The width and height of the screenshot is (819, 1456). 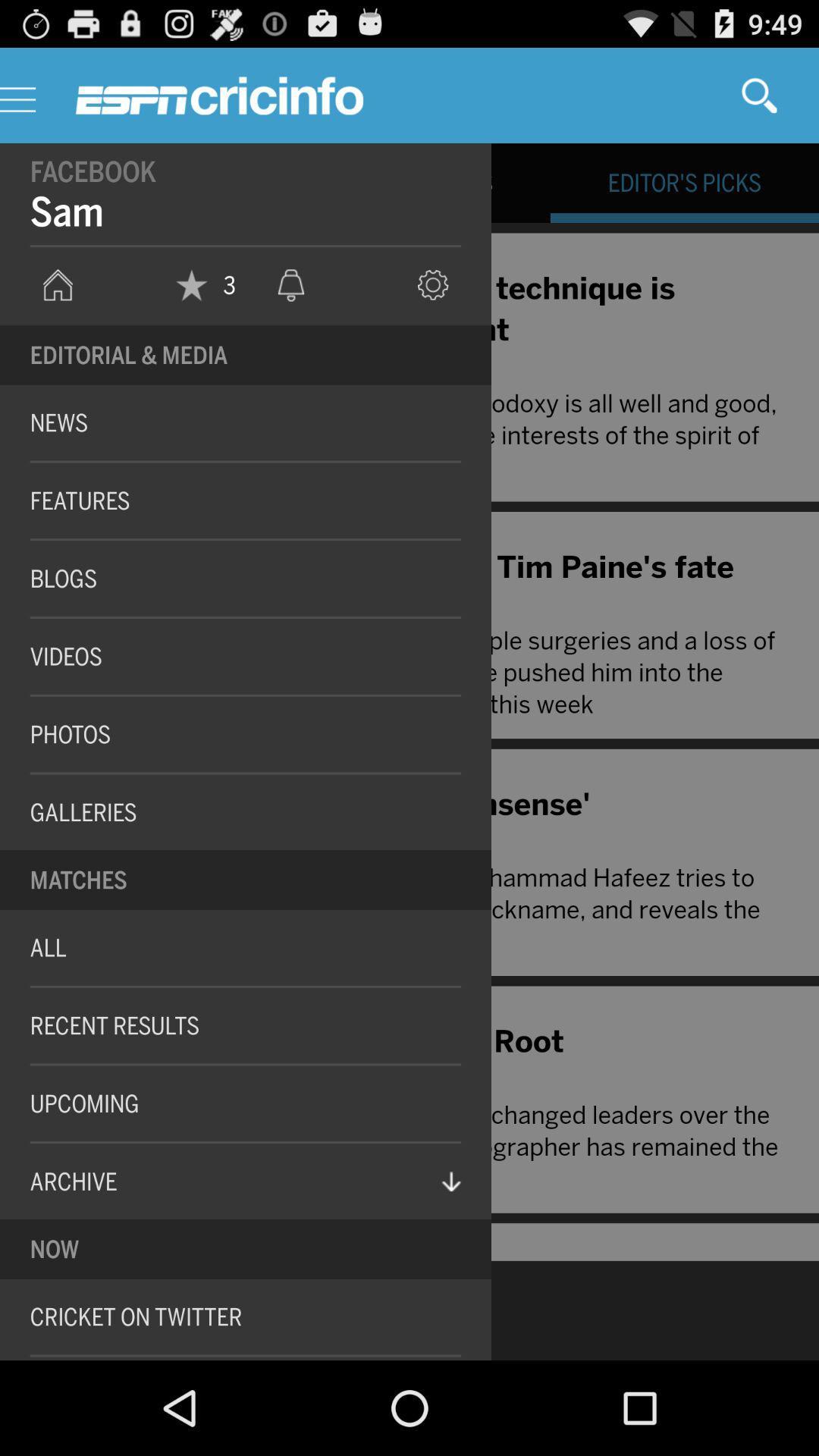 I want to click on the notifications icon, so click(x=291, y=305).